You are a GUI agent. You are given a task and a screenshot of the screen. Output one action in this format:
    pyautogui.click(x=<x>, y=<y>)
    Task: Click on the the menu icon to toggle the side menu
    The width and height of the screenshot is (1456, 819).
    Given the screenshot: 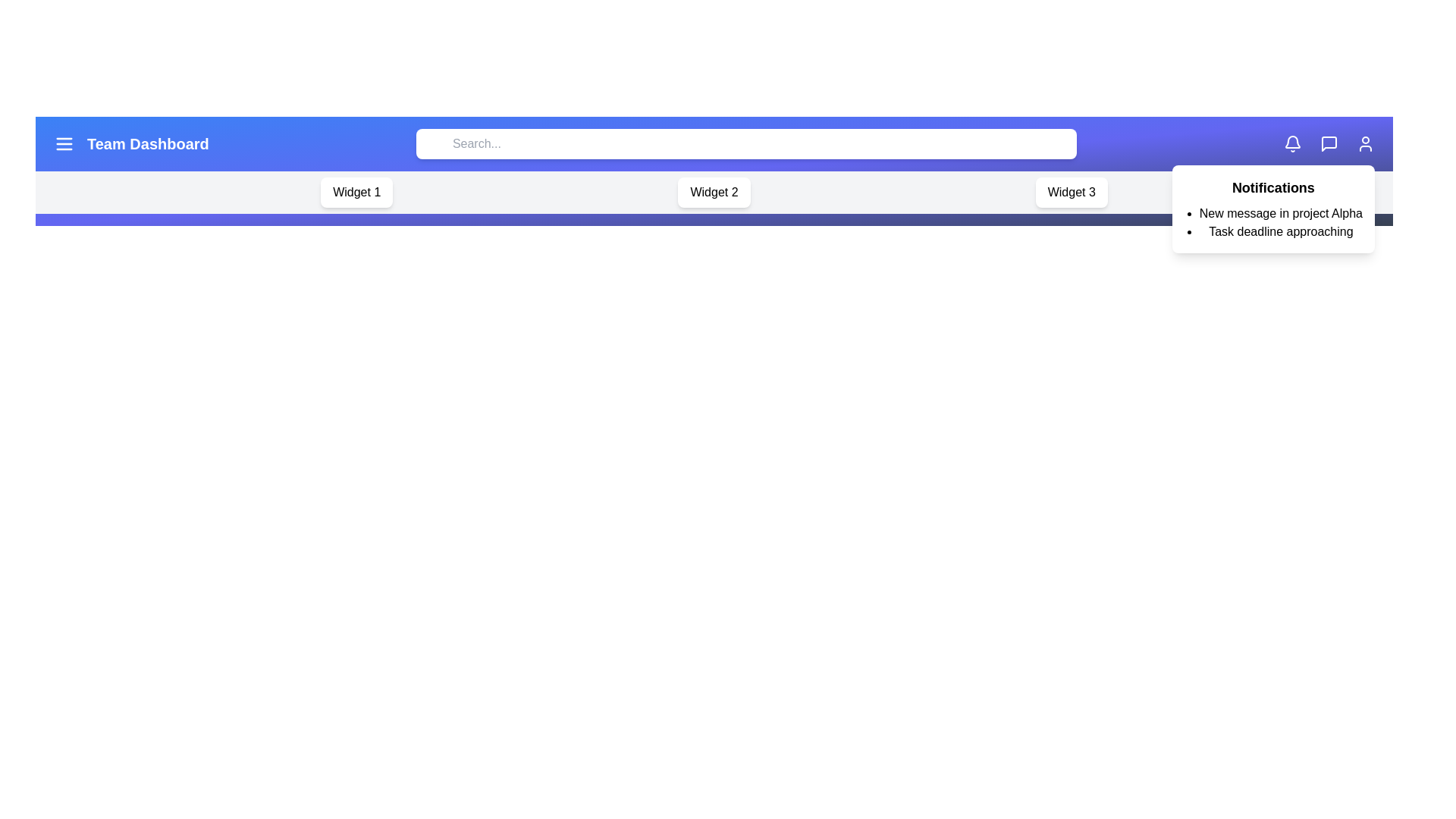 What is the action you would take?
    pyautogui.click(x=64, y=143)
    